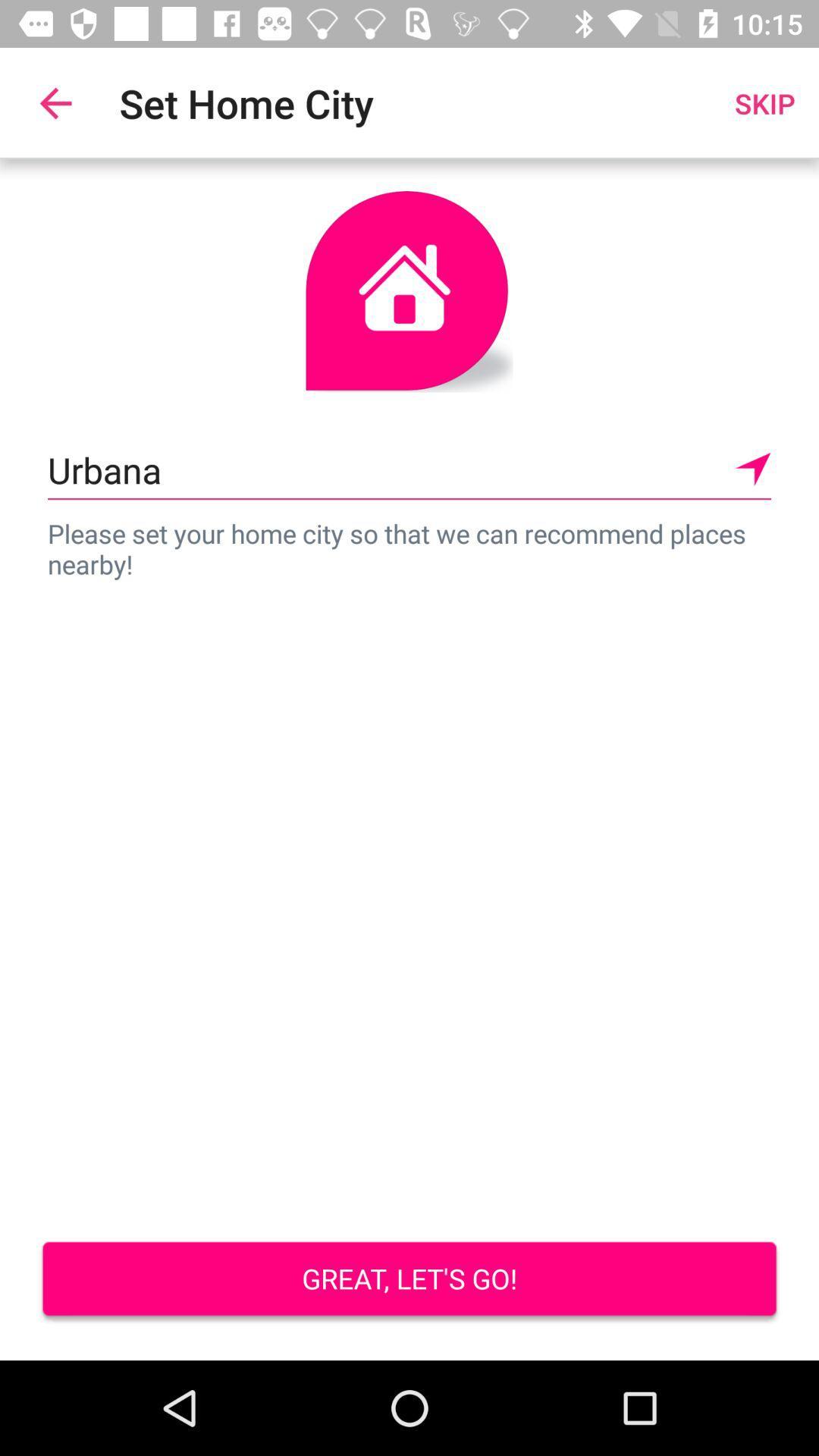 This screenshot has width=819, height=1456. I want to click on the icon to the right of set home city icon, so click(764, 102).